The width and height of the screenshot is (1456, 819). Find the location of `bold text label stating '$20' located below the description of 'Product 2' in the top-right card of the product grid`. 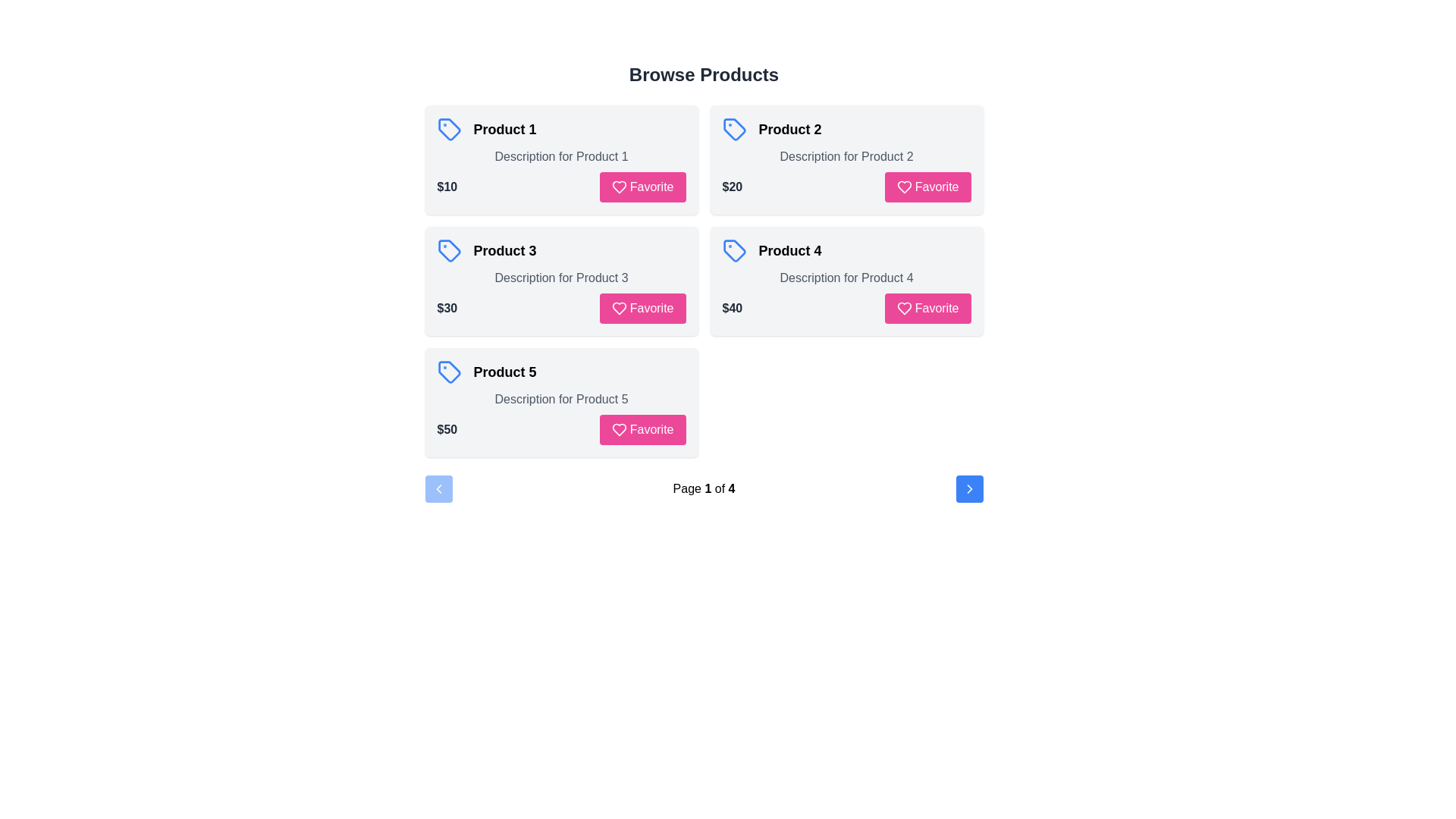

bold text label stating '$20' located below the description of 'Product 2' in the top-right card of the product grid is located at coordinates (732, 186).